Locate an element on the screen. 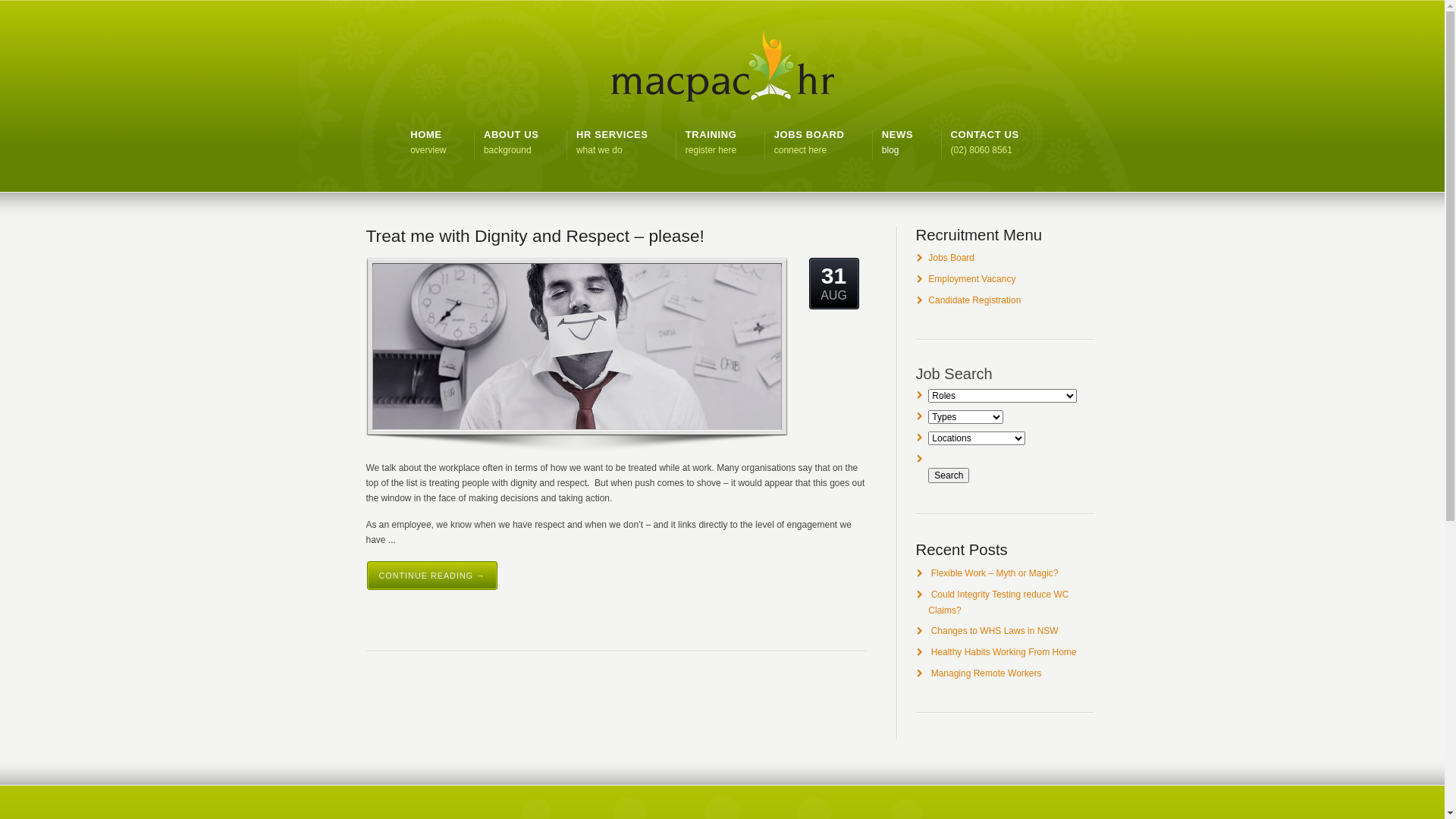 This screenshot has width=1456, height=819. 'Managing Remote Workers' is located at coordinates (986, 672).